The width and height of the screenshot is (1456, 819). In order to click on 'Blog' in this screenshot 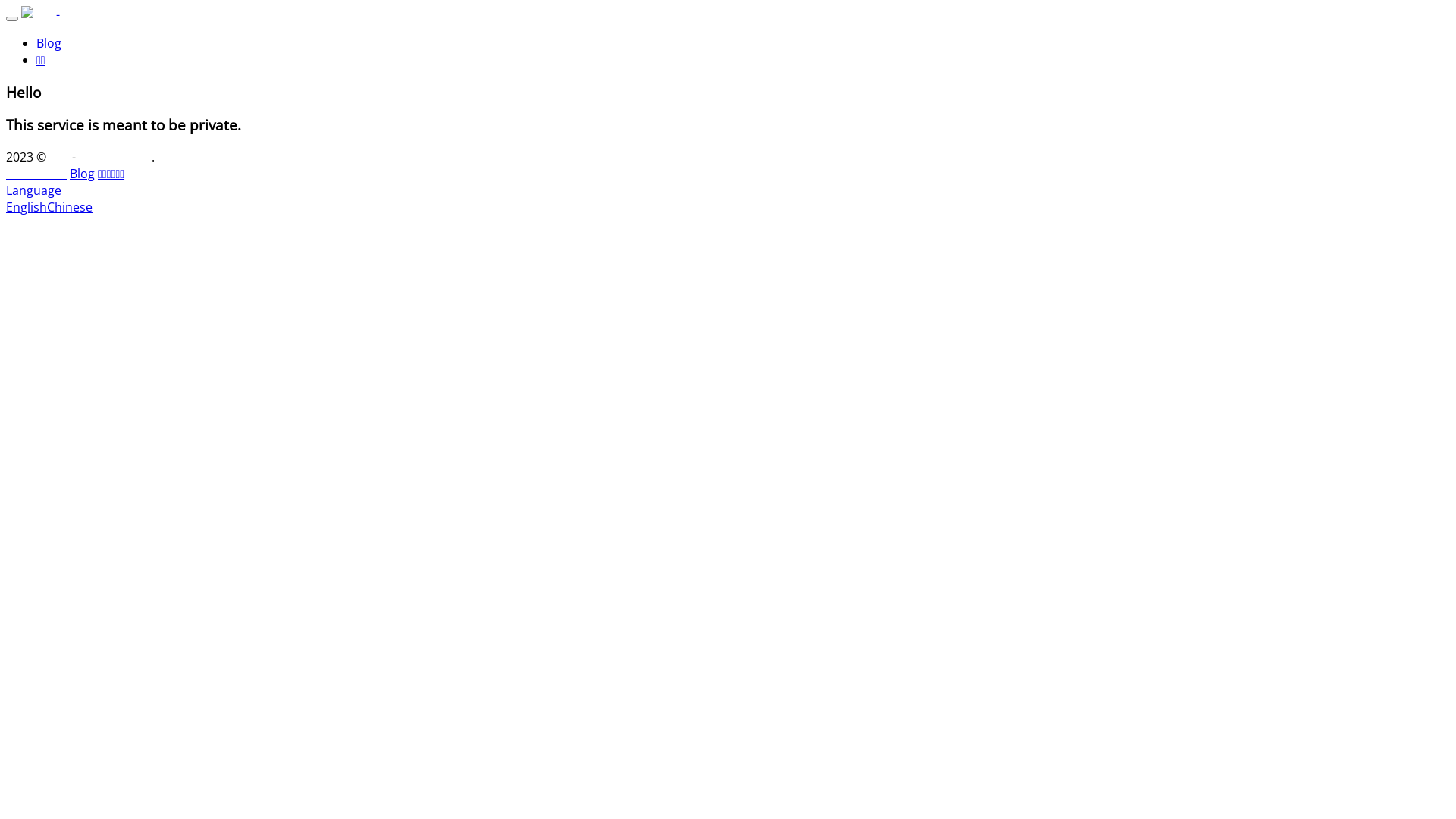, I will do `click(68, 172)`.